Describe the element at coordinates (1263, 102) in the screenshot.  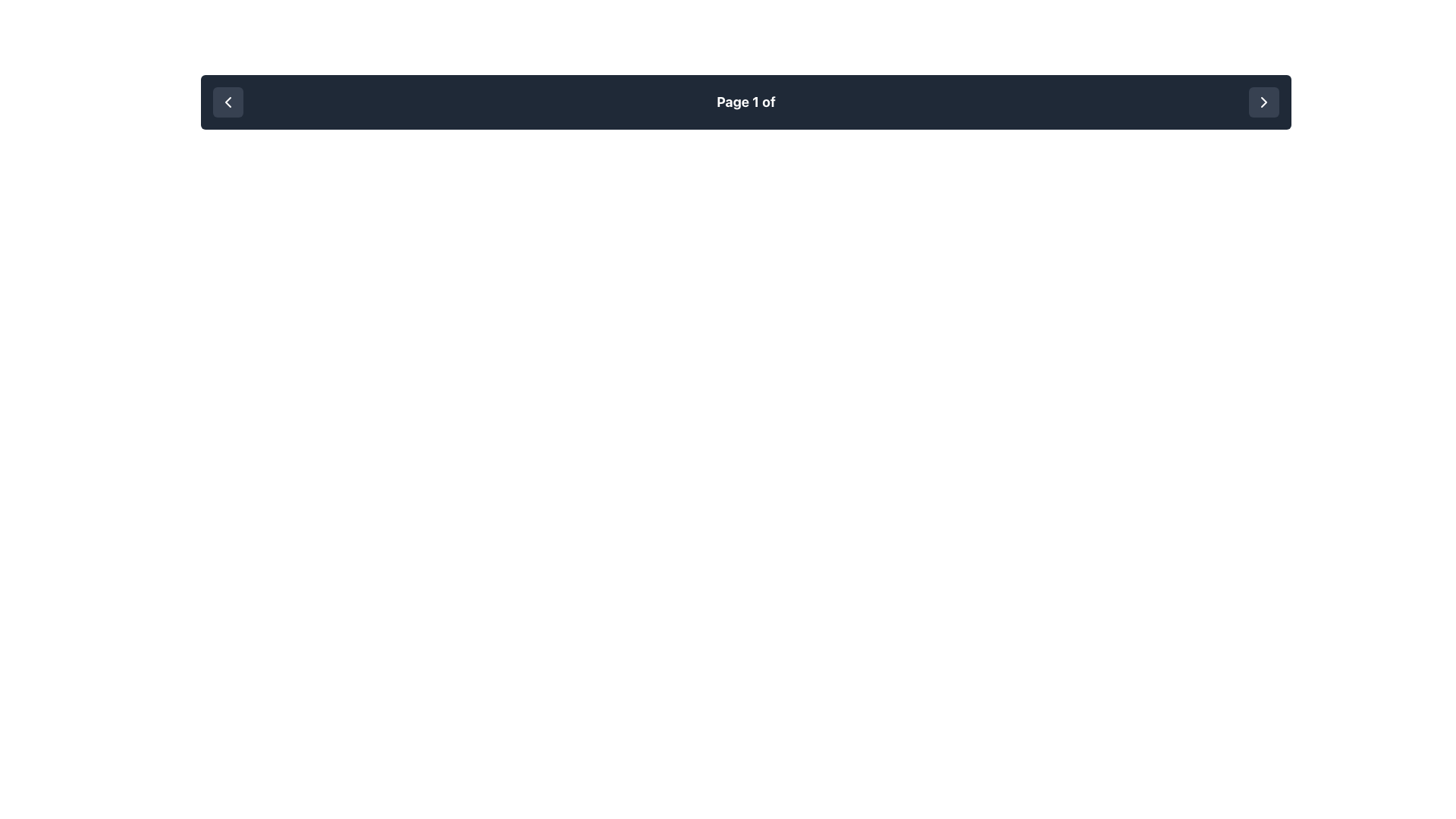
I see `the right-facing chevron icon located at the center of the rightmost button in the navigation bar` at that location.